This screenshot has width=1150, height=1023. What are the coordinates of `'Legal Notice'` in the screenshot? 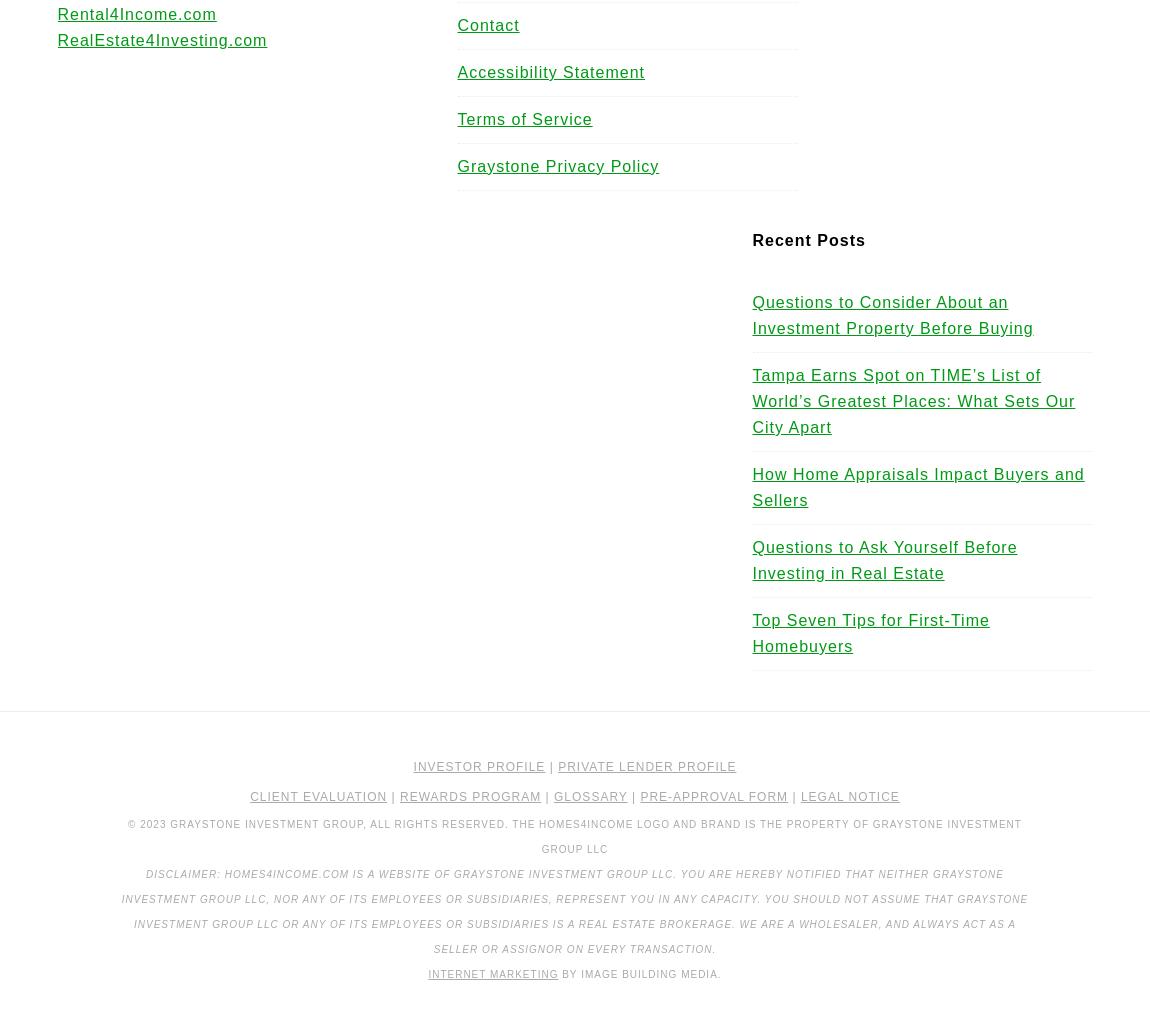 It's located at (799, 797).